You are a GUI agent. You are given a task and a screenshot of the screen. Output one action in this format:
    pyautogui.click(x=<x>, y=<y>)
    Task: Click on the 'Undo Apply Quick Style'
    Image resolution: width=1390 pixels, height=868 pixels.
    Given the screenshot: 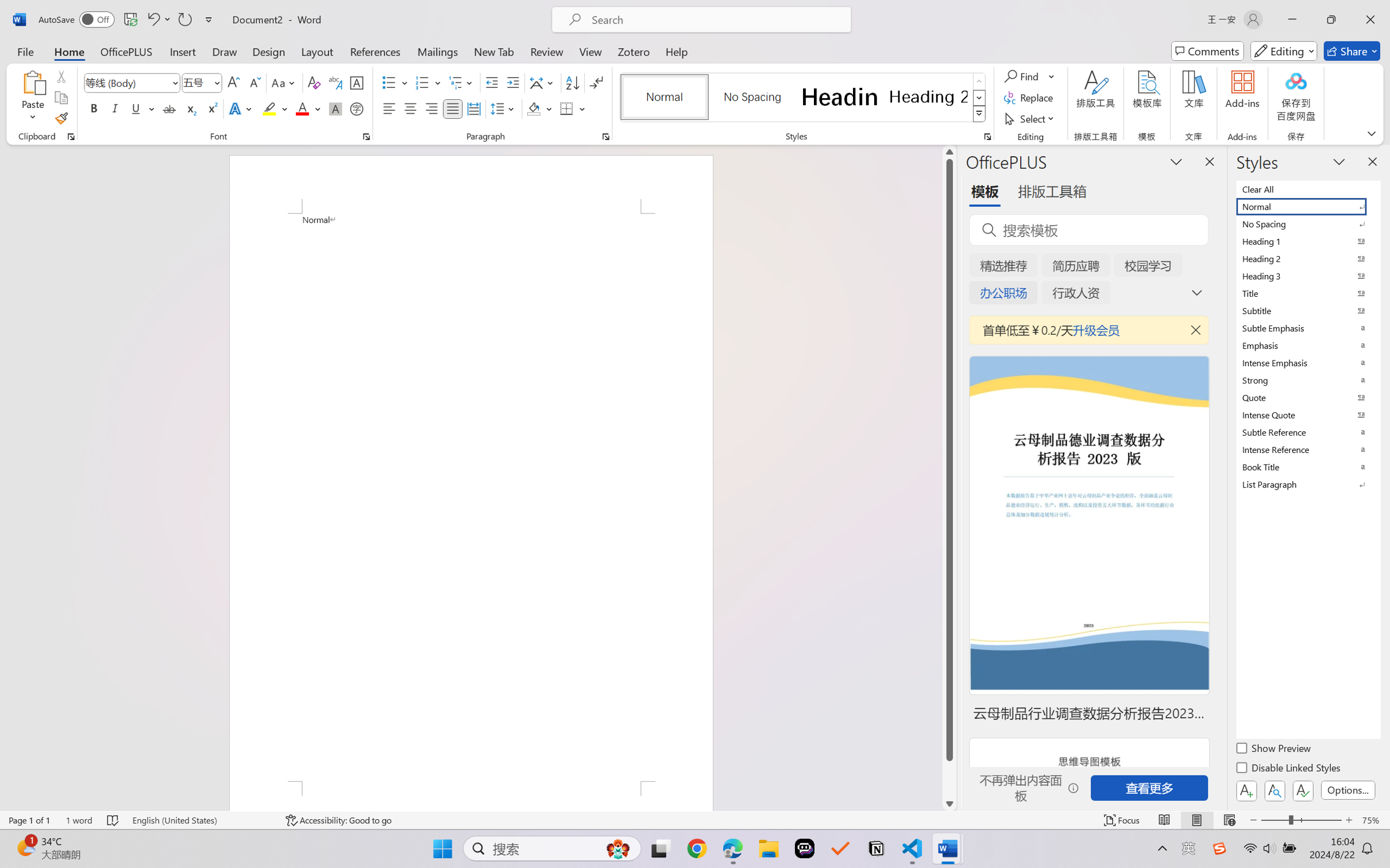 What is the action you would take?
    pyautogui.click(x=152, y=19)
    